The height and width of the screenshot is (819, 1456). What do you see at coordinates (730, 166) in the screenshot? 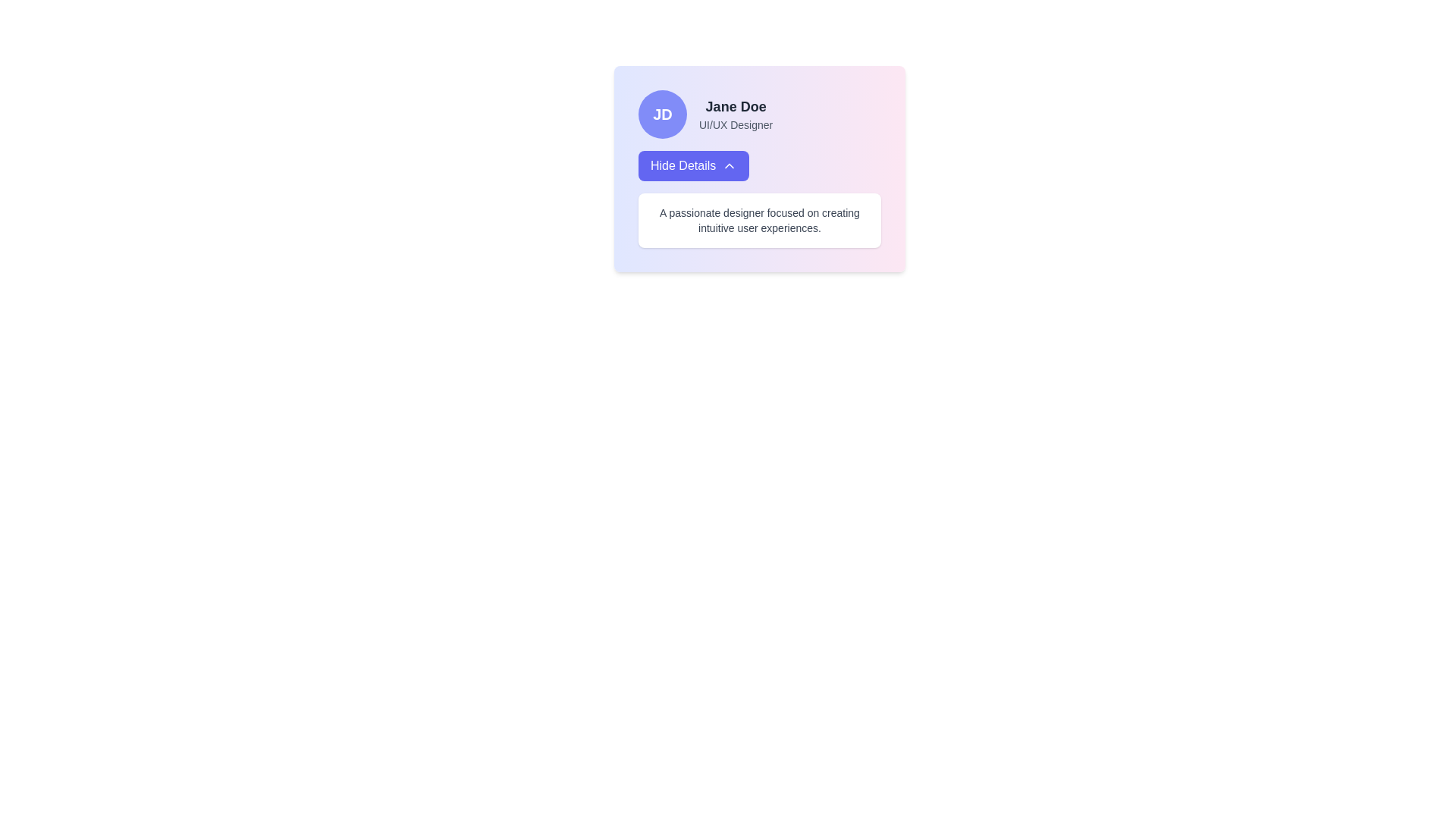
I see `the Chevron Arrow icon located within the 'Hide Details' button, which indicates a collapse action` at bounding box center [730, 166].